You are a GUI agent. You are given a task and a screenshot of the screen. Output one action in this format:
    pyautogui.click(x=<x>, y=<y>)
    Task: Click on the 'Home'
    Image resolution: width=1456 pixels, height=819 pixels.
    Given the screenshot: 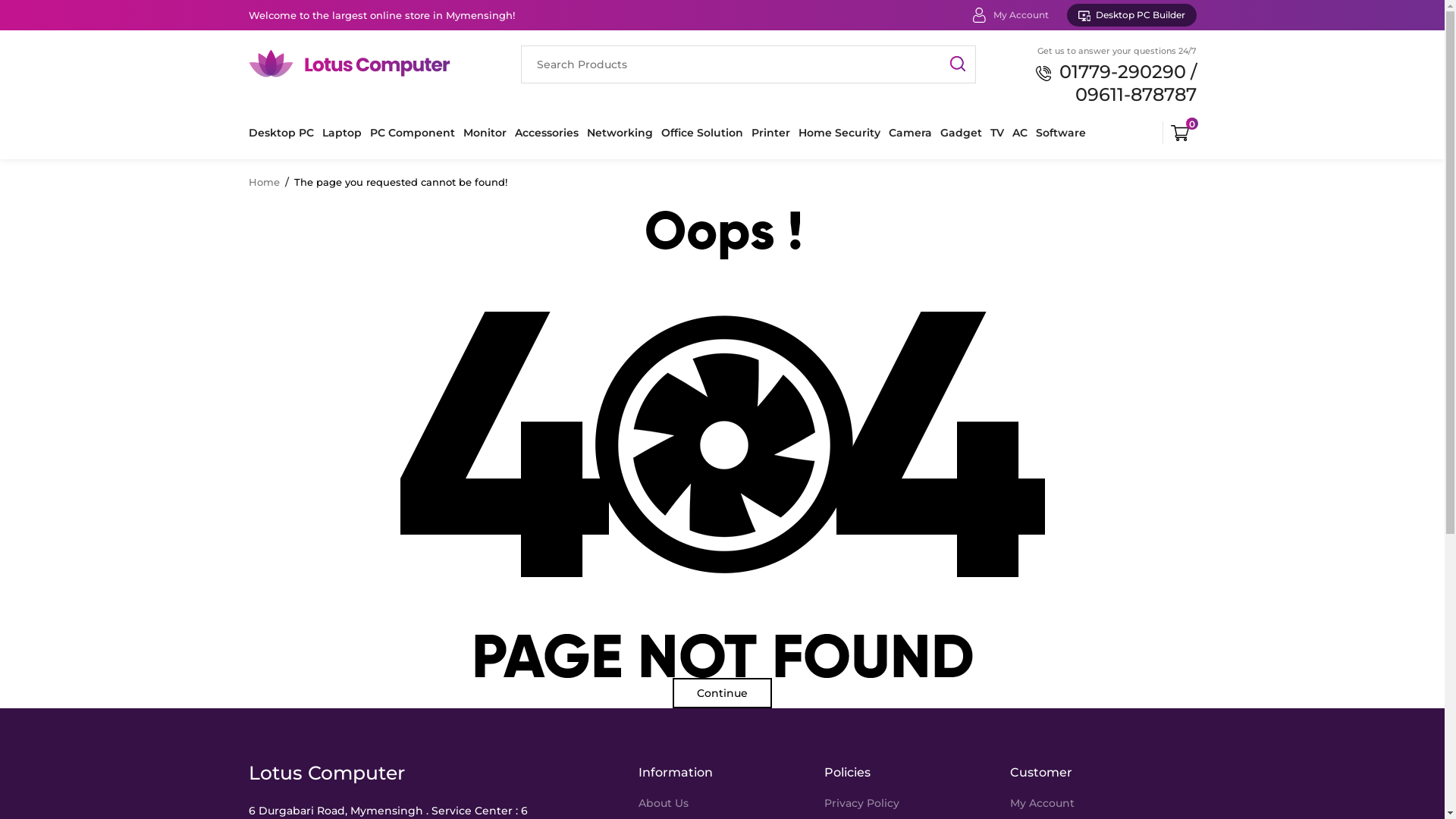 What is the action you would take?
    pyautogui.click(x=264, y=181)
    